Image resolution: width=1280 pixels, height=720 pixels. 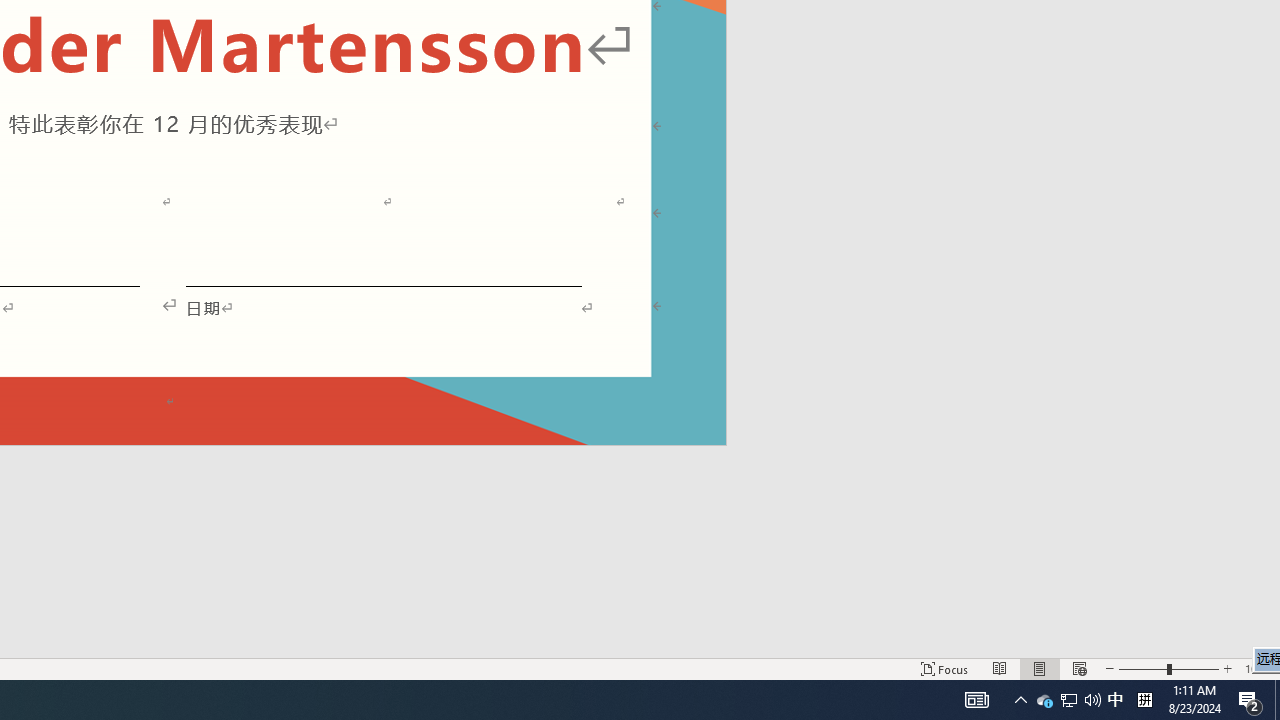 What do you see at coordinates (1040, 669) in the screenshot?
I see `'Print Layout'` at bounding box center [1040, 669].